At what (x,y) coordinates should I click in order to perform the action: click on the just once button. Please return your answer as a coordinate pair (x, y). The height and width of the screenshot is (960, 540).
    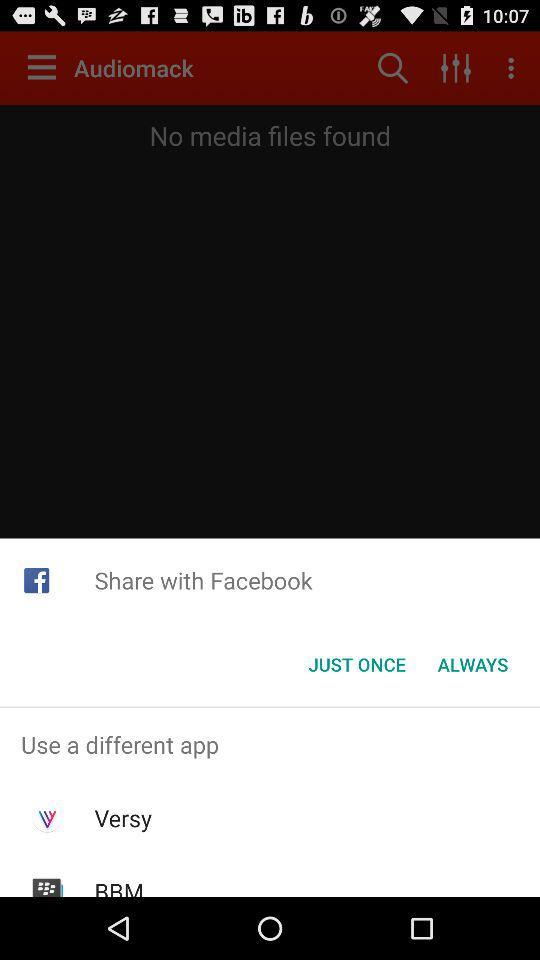
    Looking at the image, I should click on (356, 664).